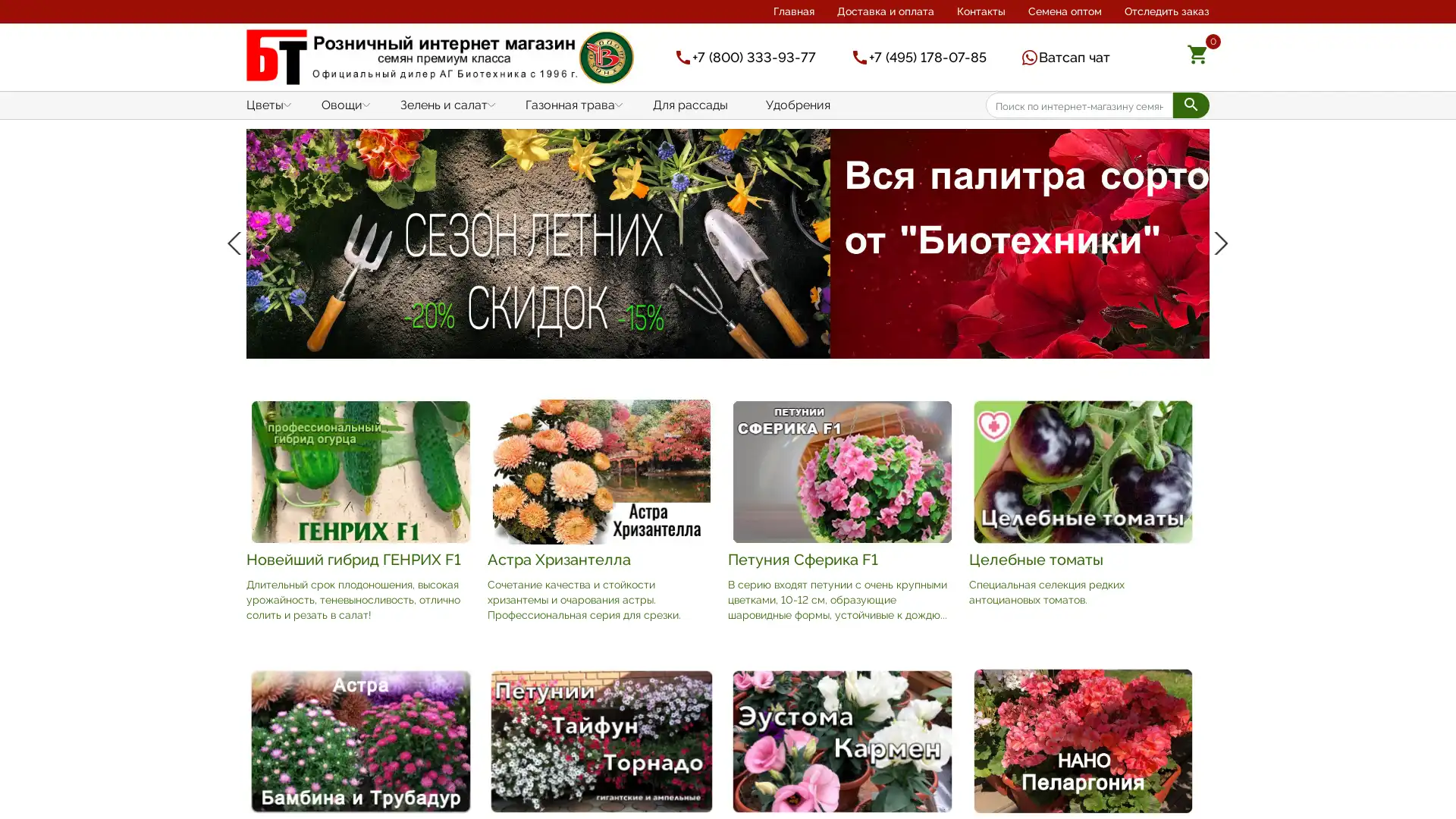 Image resolution: width=1456 pixels, height=819 pixels. I want to click on search, so click(1190, 104).